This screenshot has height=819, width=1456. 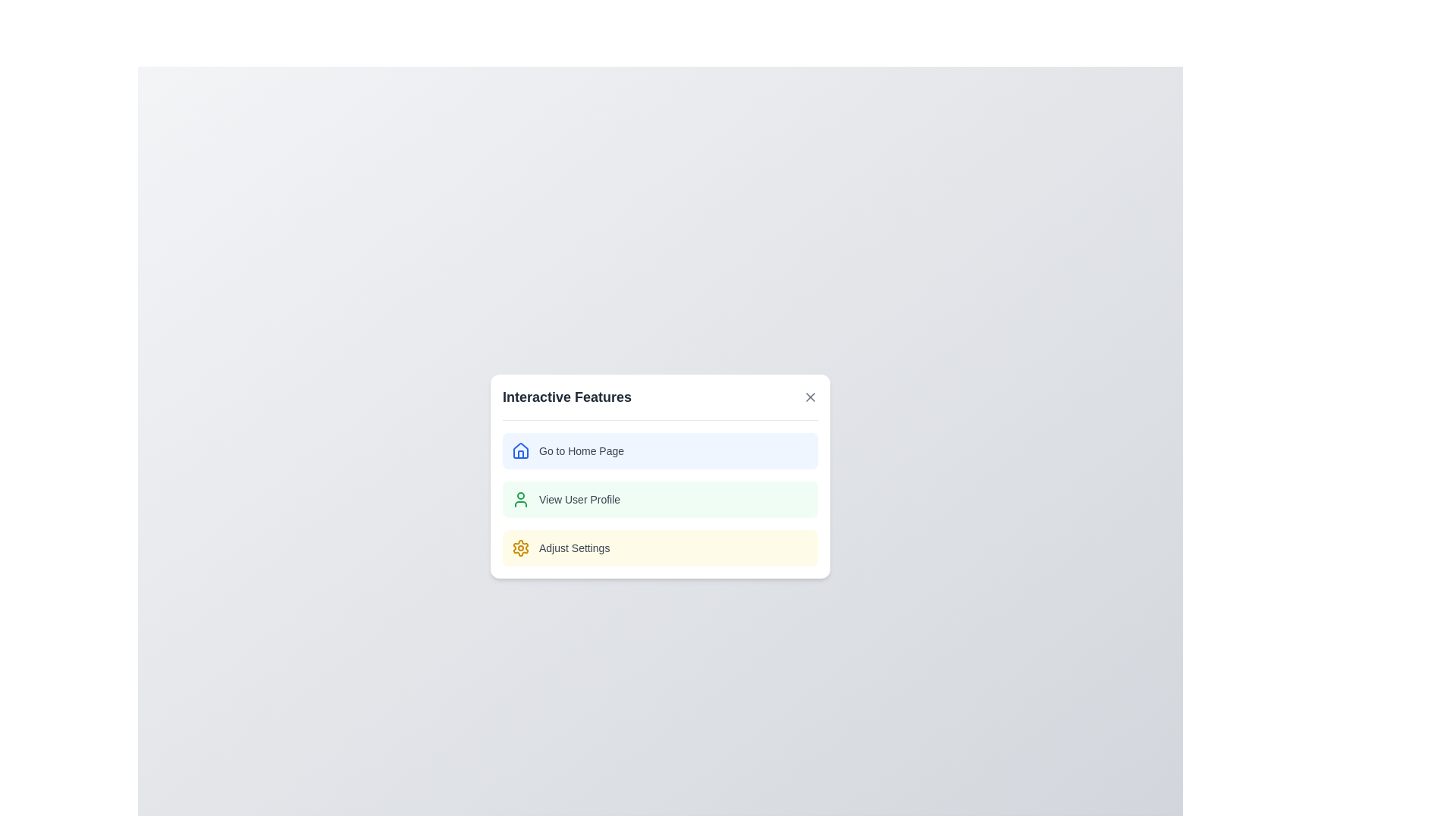 What do you see at coordinates (579, 499) in the screenshot?
I see `the Text Label that describes the user profile feature, located next to the user silhouette icon in the 'Interactive Features' selection box` at bounding box center [579, 499].